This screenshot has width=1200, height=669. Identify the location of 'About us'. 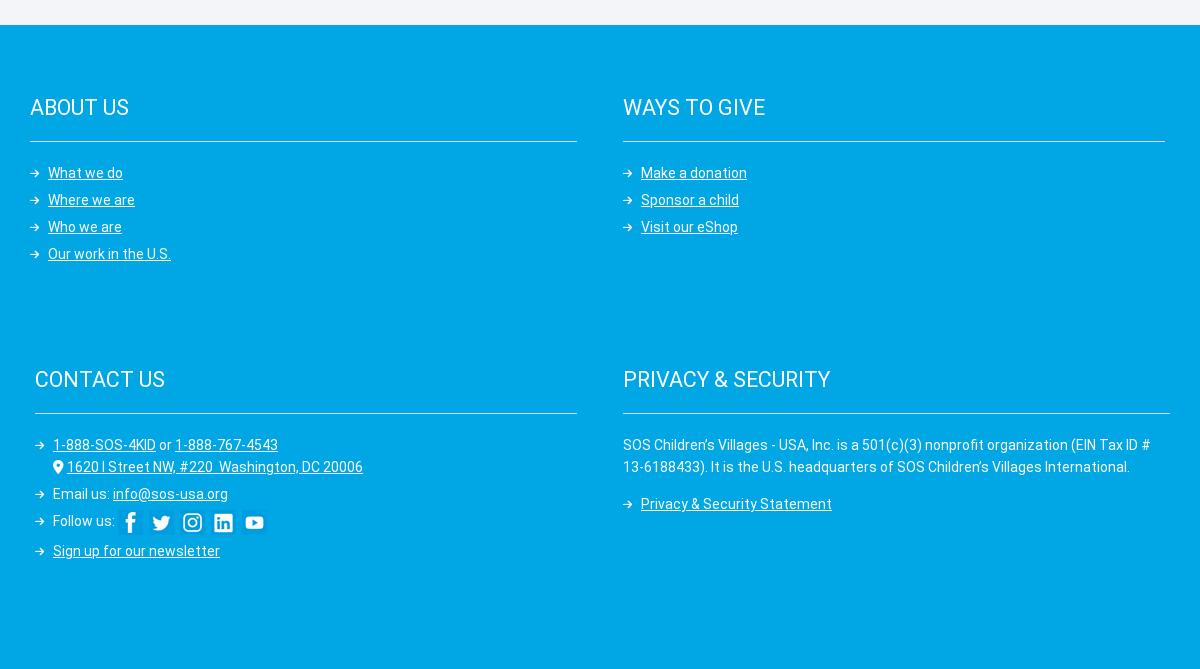
(30, 107).